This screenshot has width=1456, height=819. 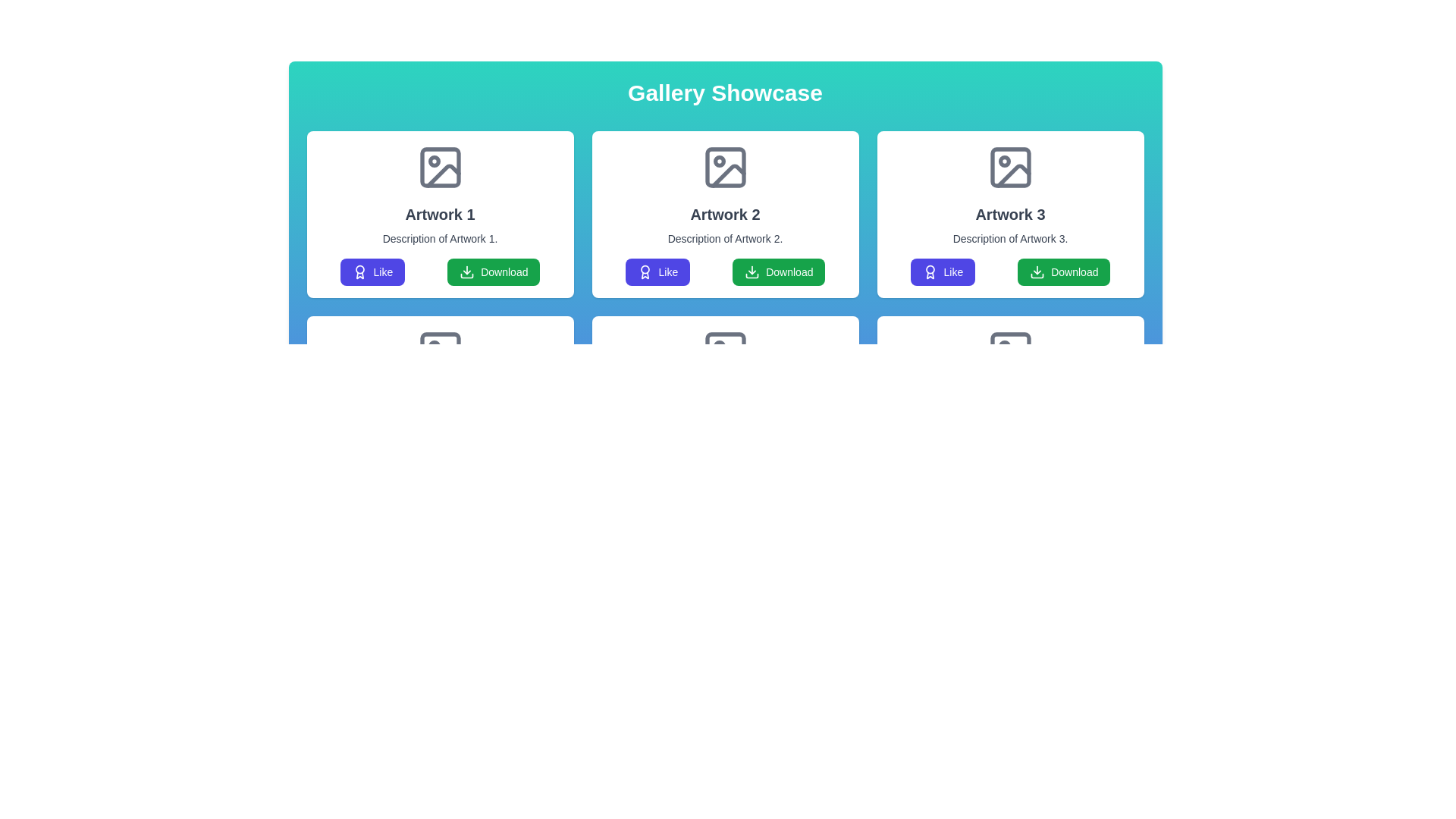 I want to click on the 'Like' button by clicking on the decorative SVG element, which is a circular shape with a radius of 6 units located centrally within the SVG icon below the 'Artwork 2' section, so click(x=645, y=268).